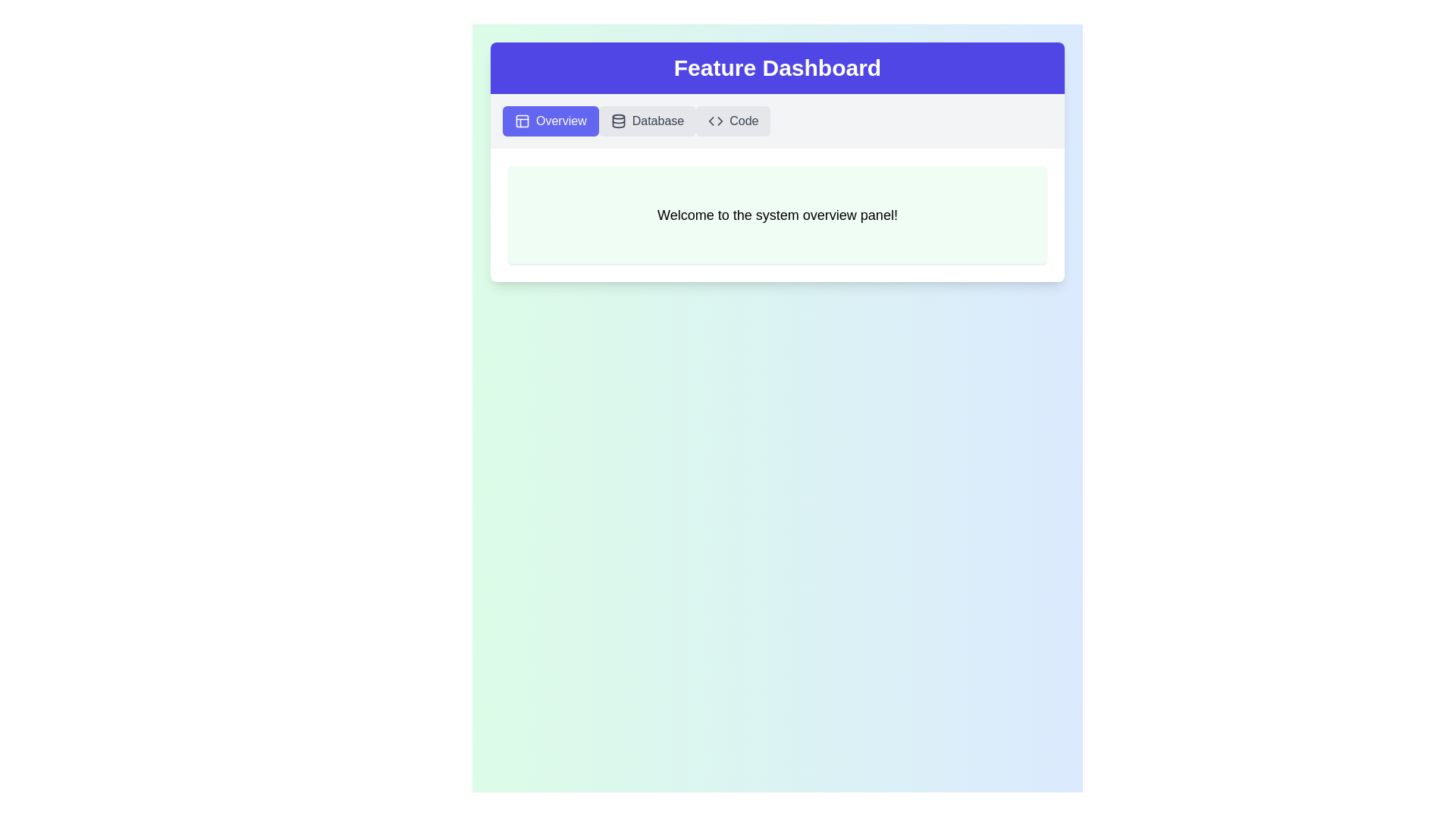 This screenshot has height=819, width=1456. I want to click on the left-pointing arrow shape in the SVG graphic, so click(710, 120).